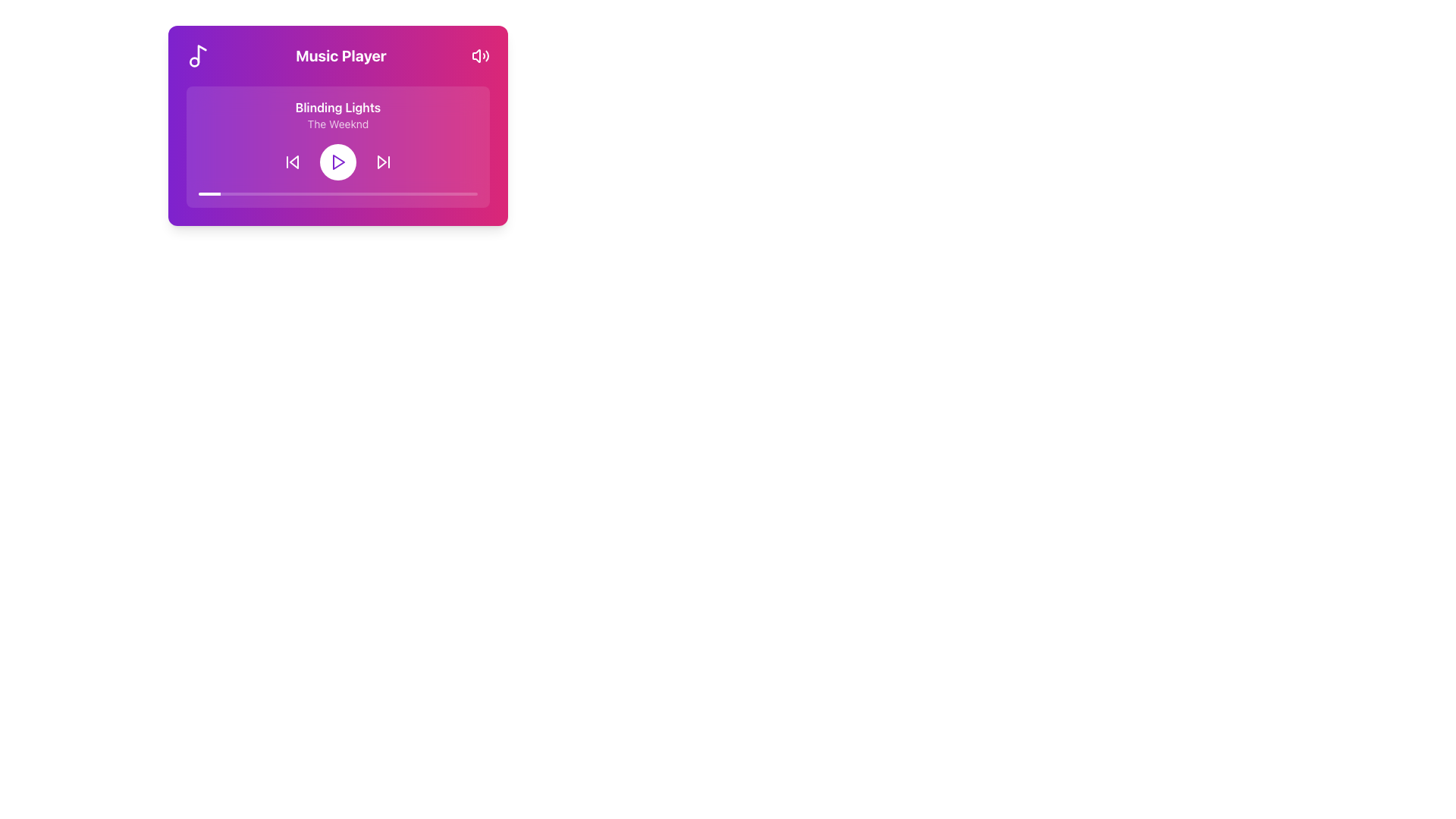 This screenshot has width=1456, height=819. I want to click on the progress bar located at the bottom of the media player card, which visually represents the current playback position, so click(337, 193).